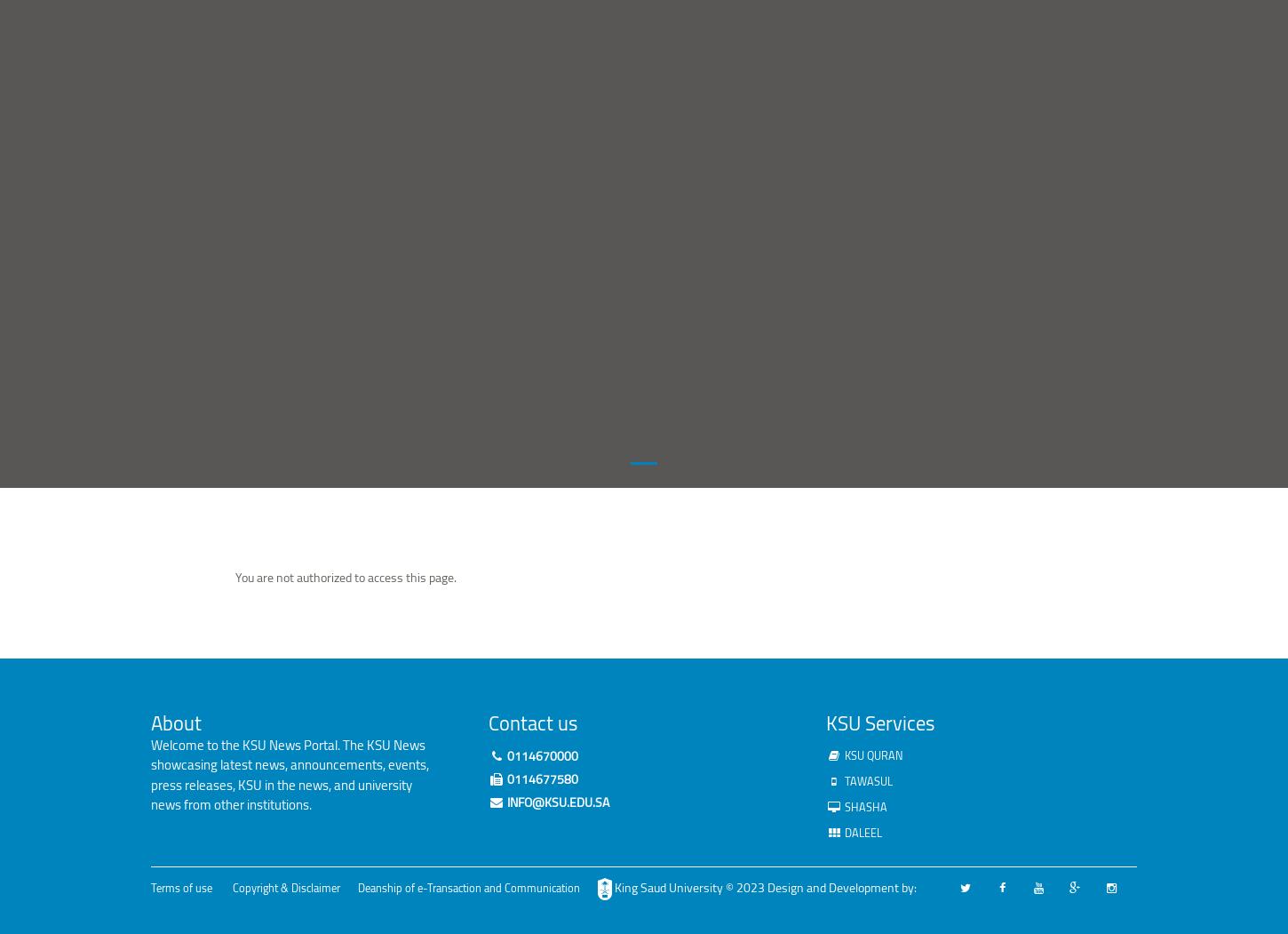 The height and width of the screenshot is (934, 1288). Describe the element at coordinates (464, 236) in the screenshot. I see `'Riyadh Valley Company (RVC)'` at that location.